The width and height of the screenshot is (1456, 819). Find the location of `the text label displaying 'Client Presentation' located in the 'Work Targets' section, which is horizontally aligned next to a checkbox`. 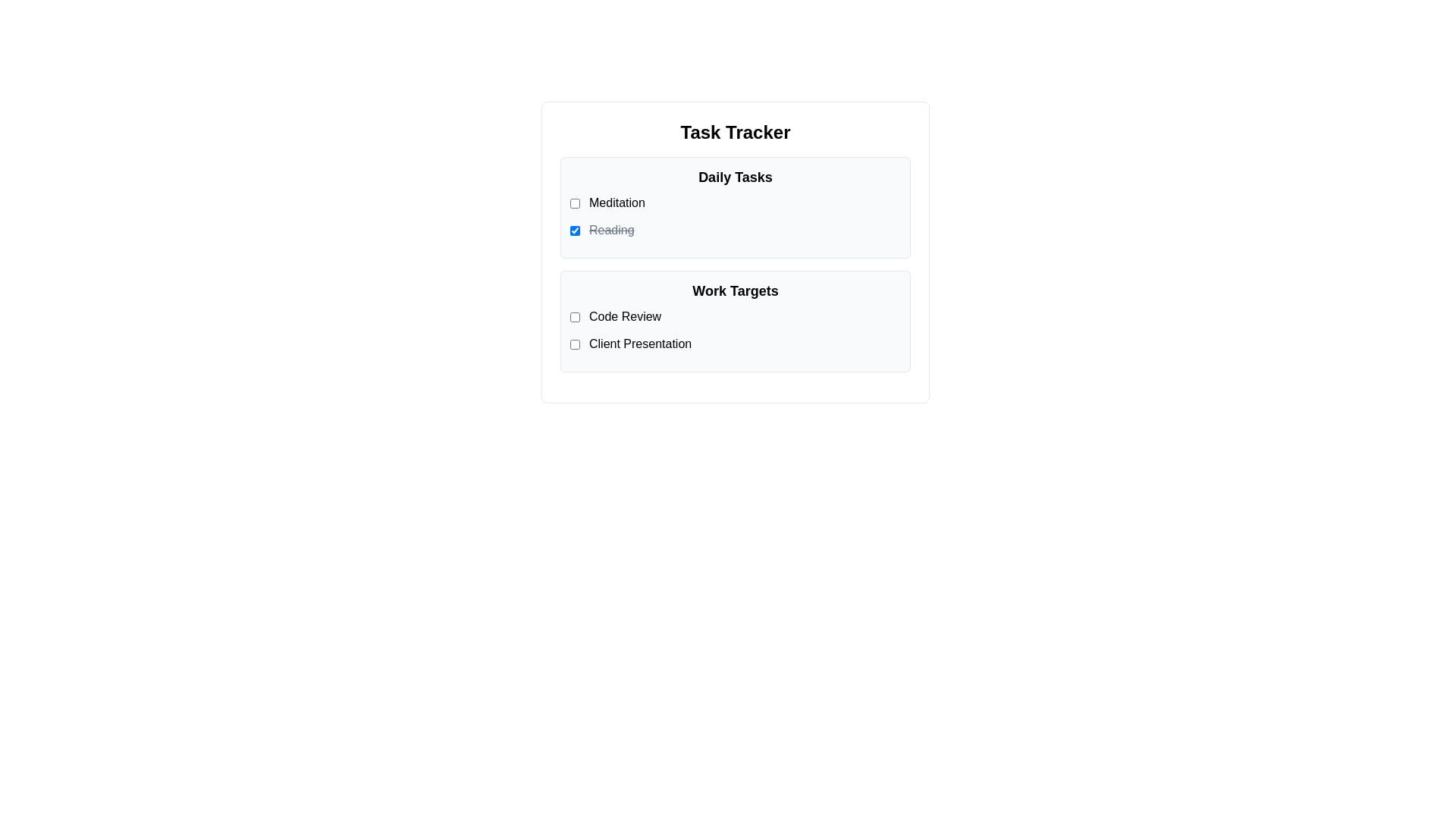

the text label displaying 'Client Presentation' located in the 'Work Targets' section, which is horizontally aligned next to a checkbox is located at coordinates (640, 344).